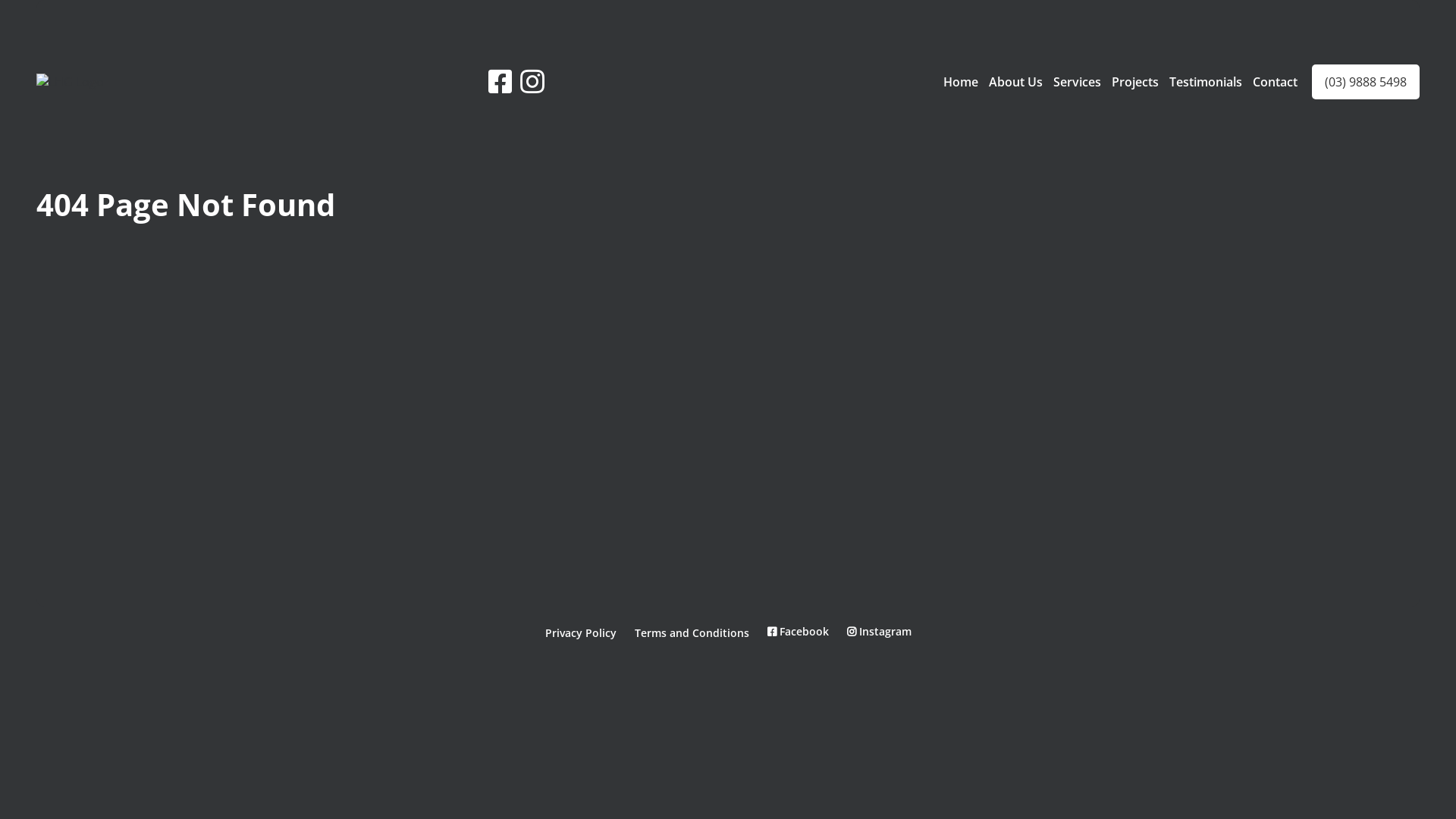 This screenshot has width=1456, height=819. I want to click on 'Instagram', so click(878, 631).